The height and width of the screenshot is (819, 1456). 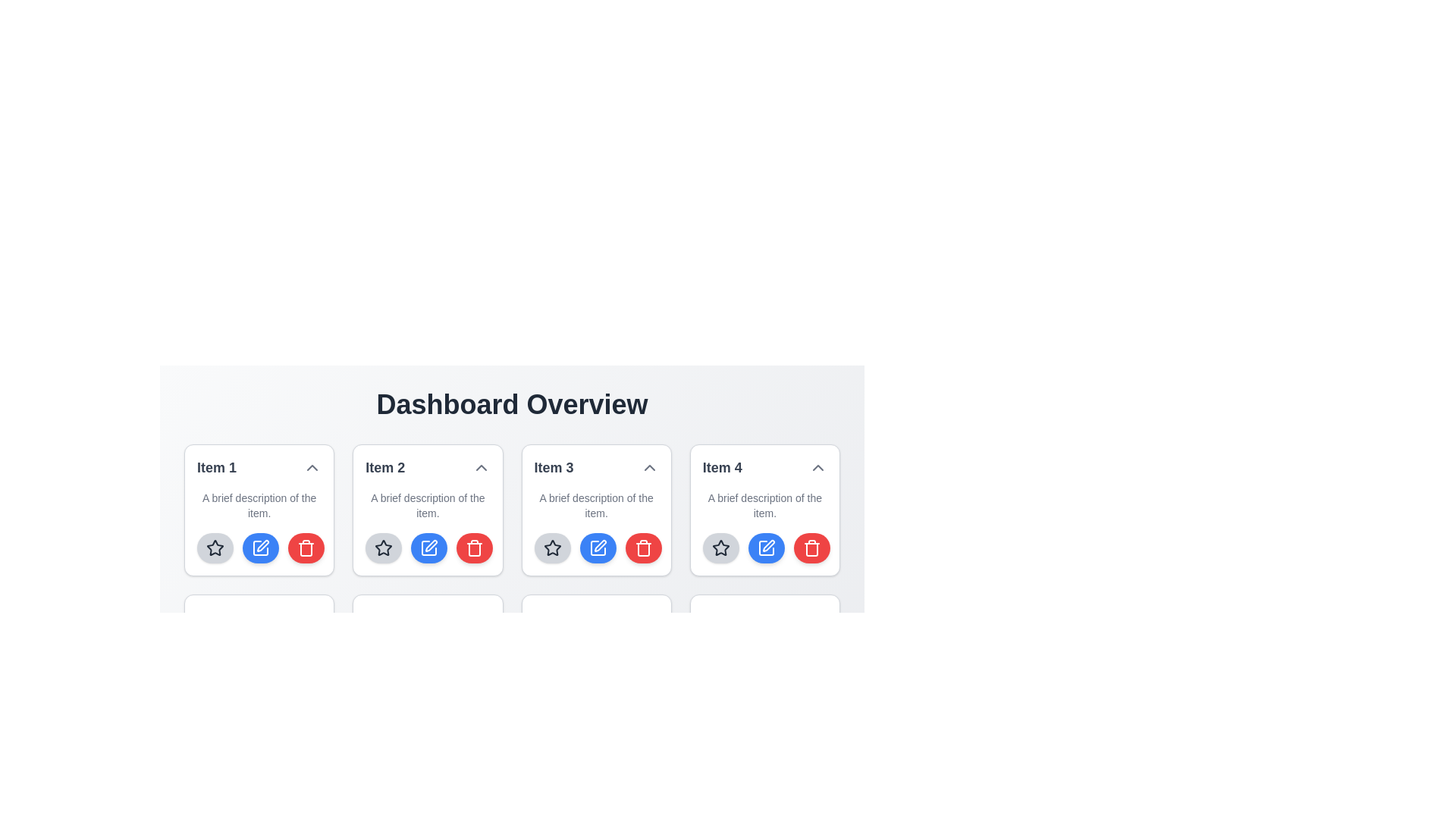 I want to click on static text displaying 'A brief description of the item.' located within the white, rounded rectangular box titled 'Item 1', positioned centrally below the title, so click(x=259, y=506).